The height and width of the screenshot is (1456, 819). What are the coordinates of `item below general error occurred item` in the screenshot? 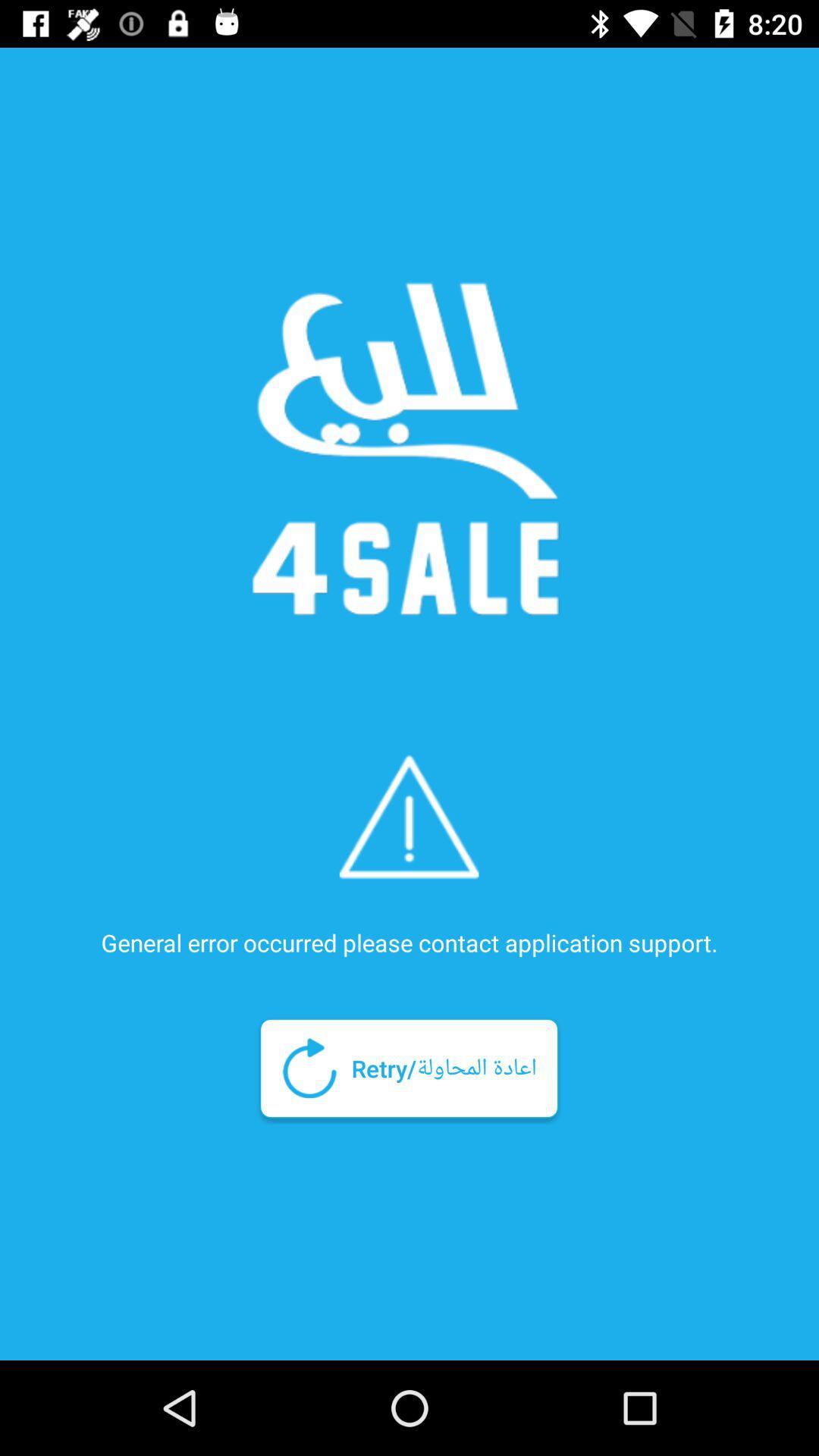 It's located at (408, 1067).